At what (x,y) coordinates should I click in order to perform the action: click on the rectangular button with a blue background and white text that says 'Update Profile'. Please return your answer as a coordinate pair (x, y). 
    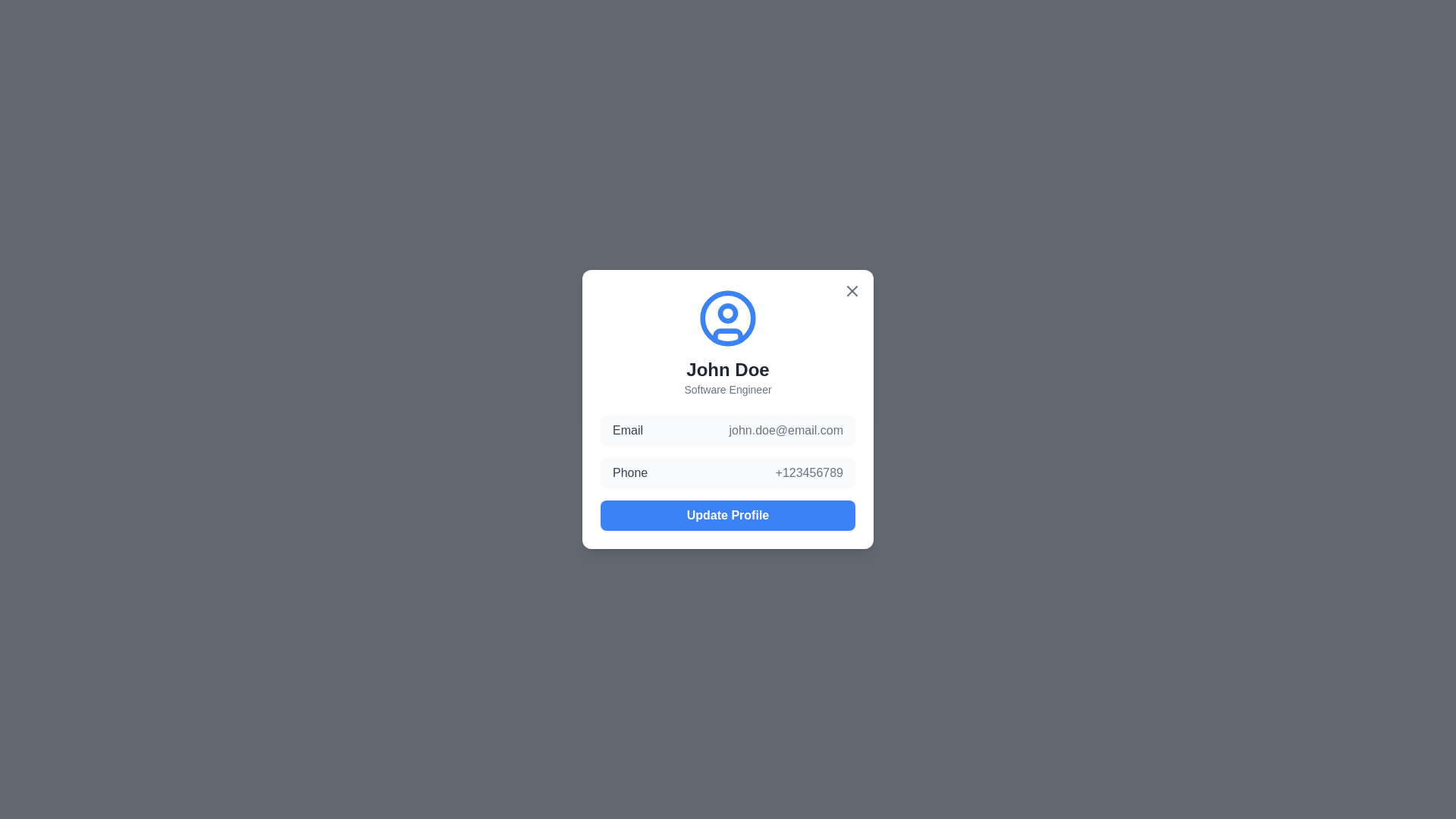
    Looking at the image, I should click on (728, 514).